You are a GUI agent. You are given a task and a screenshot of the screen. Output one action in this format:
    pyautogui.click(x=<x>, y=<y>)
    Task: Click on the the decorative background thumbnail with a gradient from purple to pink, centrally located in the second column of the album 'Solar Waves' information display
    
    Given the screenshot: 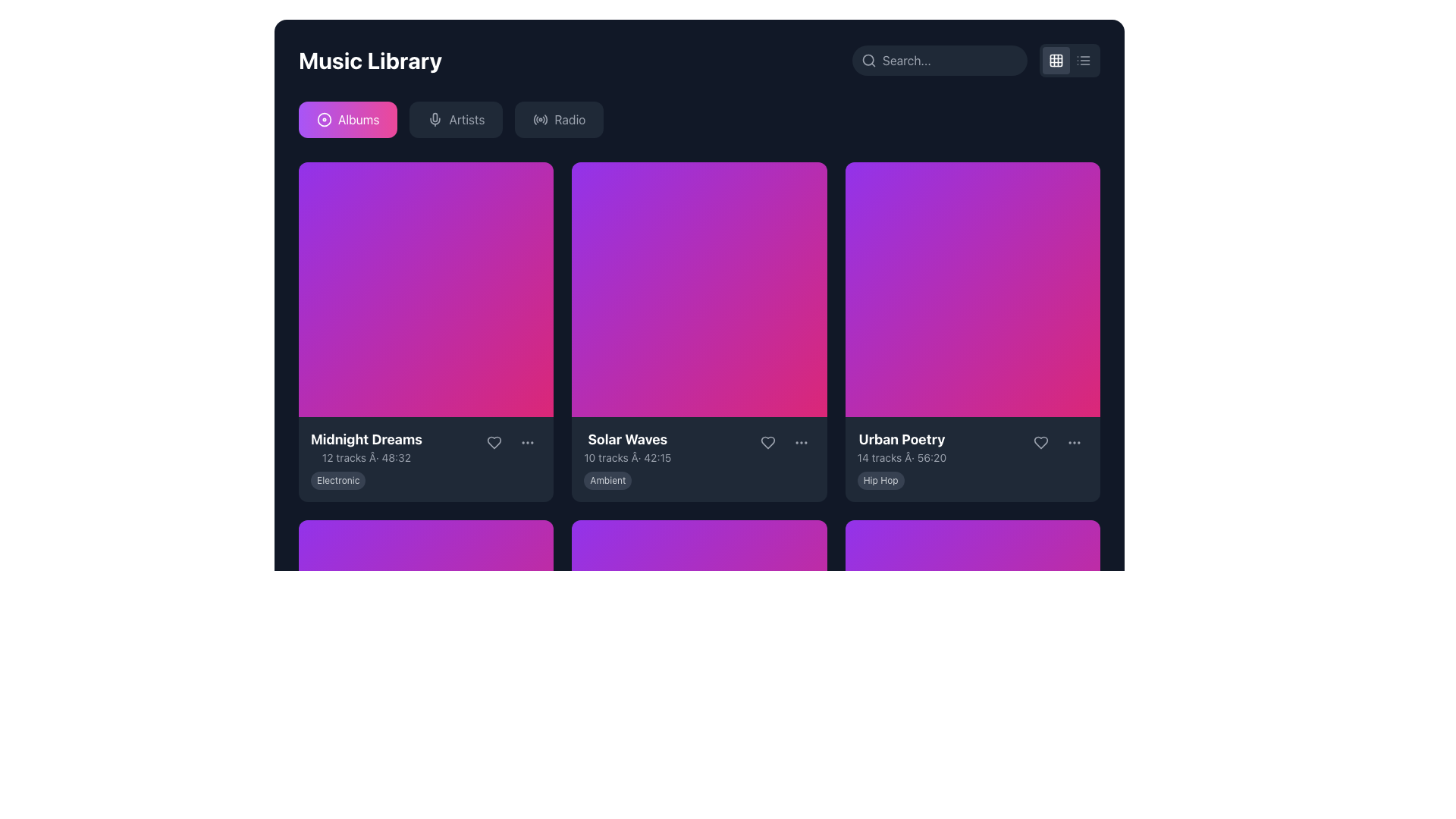 What is the action you would take?
    pyautogui.click(x=698, y=290)
    